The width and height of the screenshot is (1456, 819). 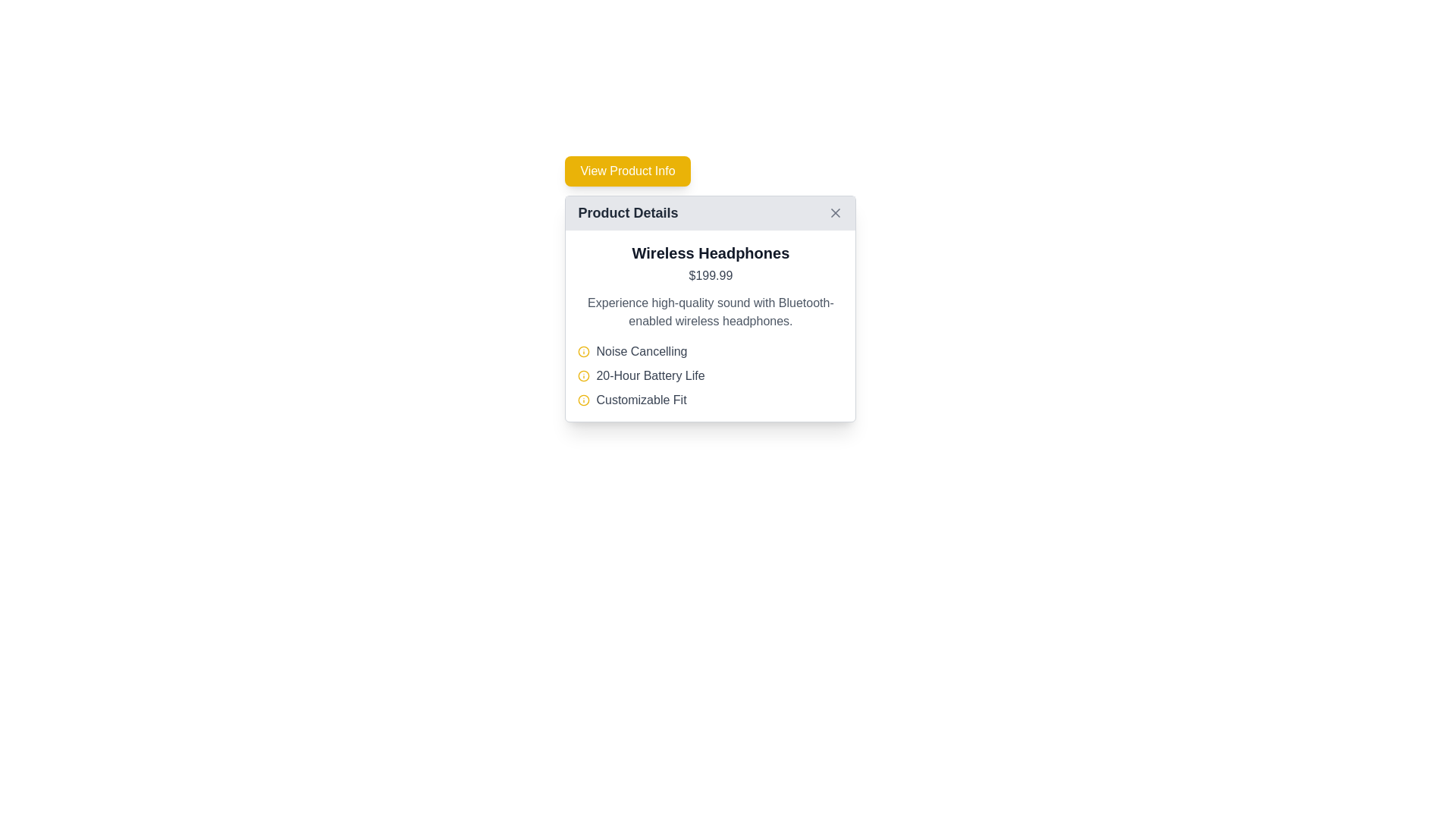 What do you see at coordinates (583, 375) in the screenshot?
I see `the circular yellow information icon located to the left of the text '20-Hour Battery Life' in the 'Product Details' card for accessibility` at bounding box center [583, 375].